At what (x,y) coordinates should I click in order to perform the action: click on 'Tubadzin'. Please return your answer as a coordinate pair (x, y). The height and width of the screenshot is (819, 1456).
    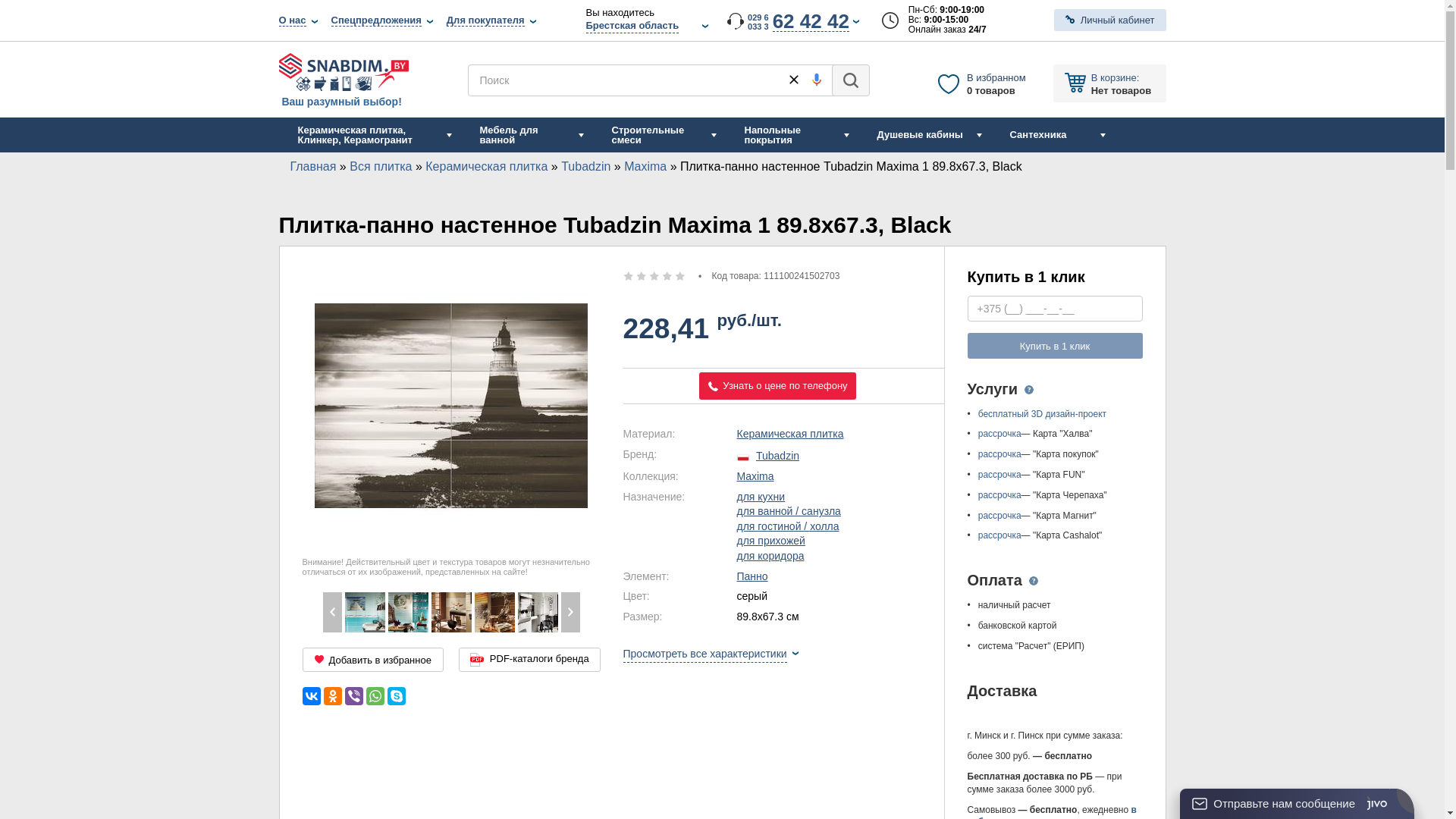
    Looking at the image, I should click on (585, 166).